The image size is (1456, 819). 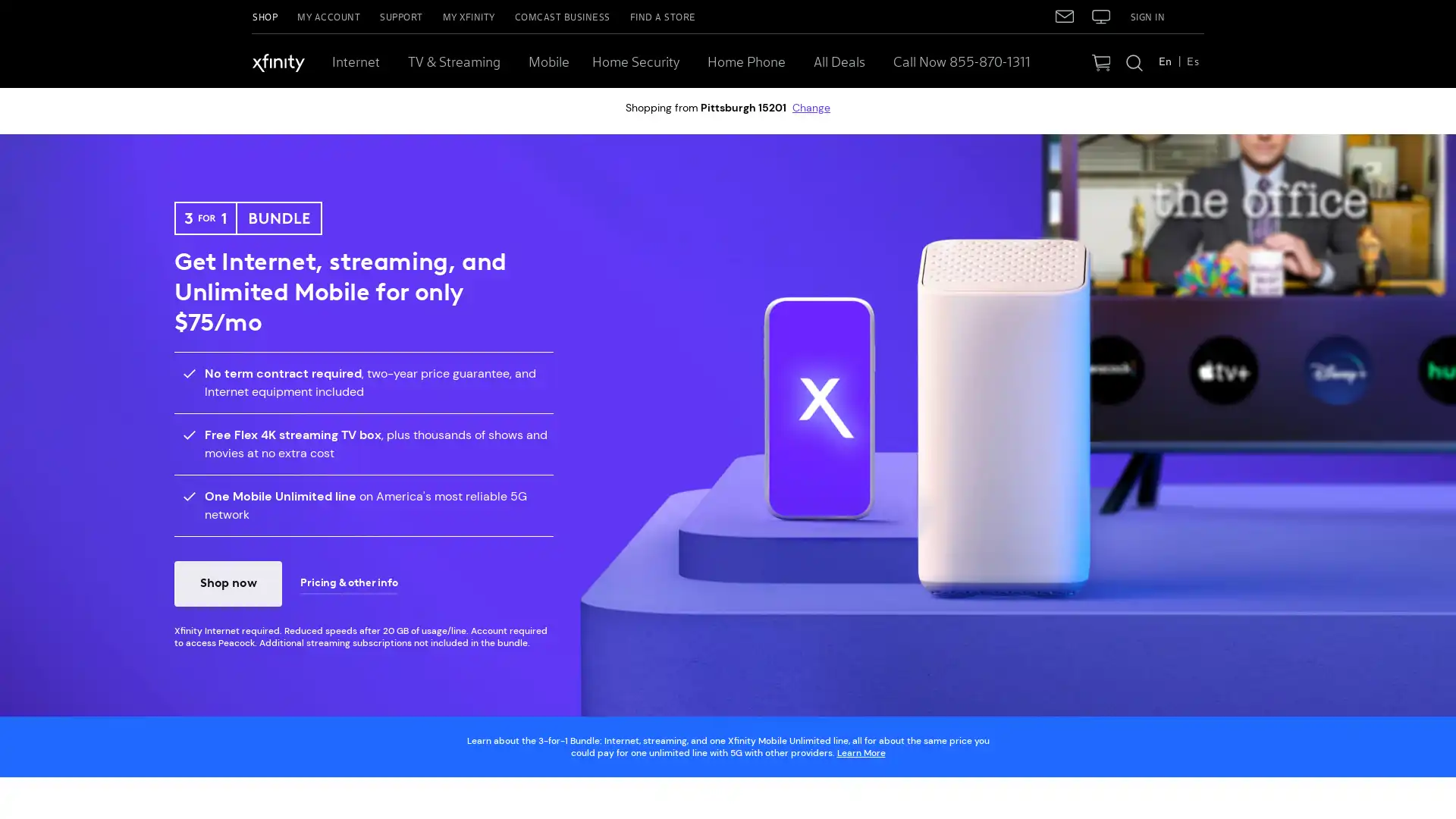 What do you see at coordinates (390, 58) in the screenshot?
I see `Internet, more links` at bounding box center [390, 58].